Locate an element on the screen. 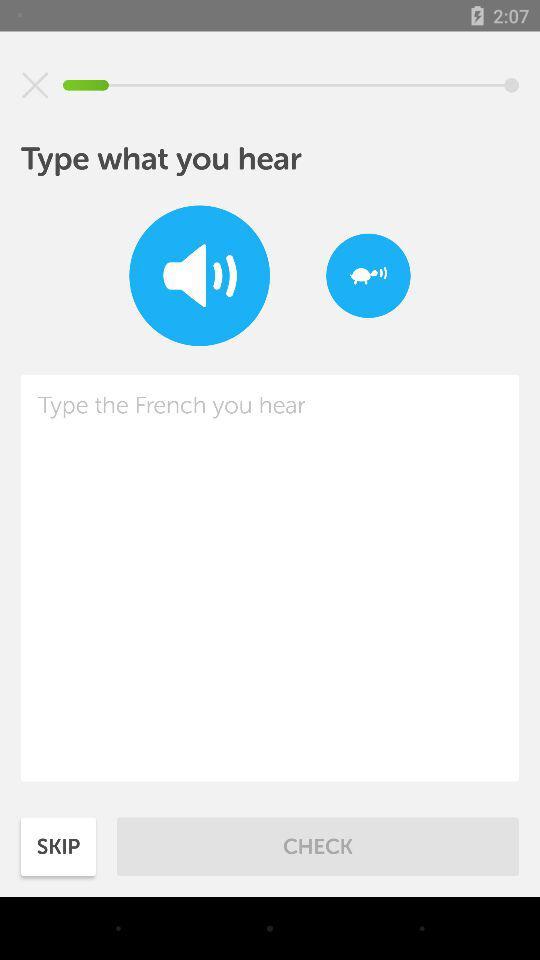 Image resolution: width=540 pixels, height=960 pixels. item above type what you icon is located at coordinates (35, 85).